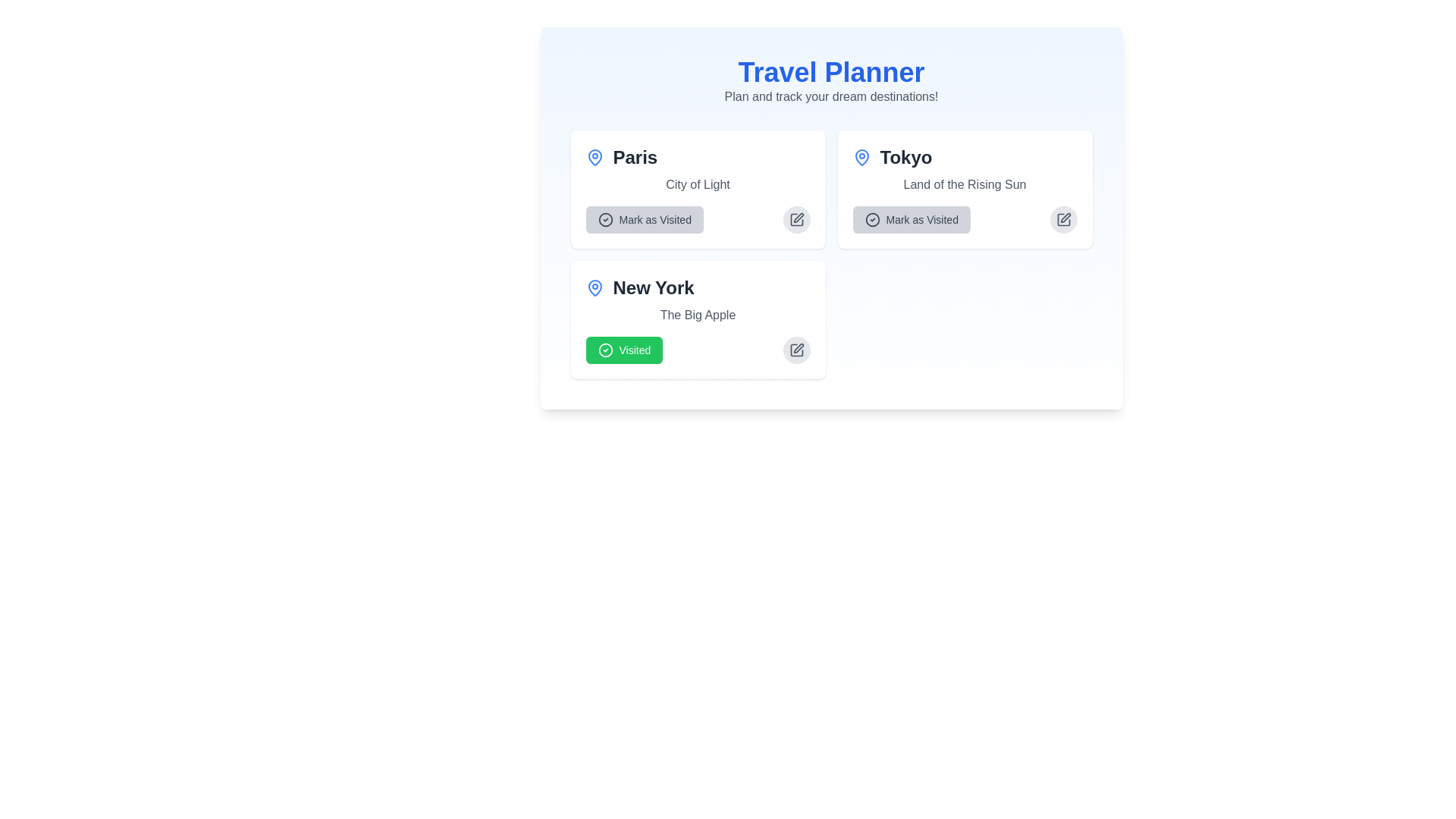  I want to click on text 'Visited' on the green rectangular button with rounded edges located at the bottom-left corner of the 'New York' card, so click(635, 350).